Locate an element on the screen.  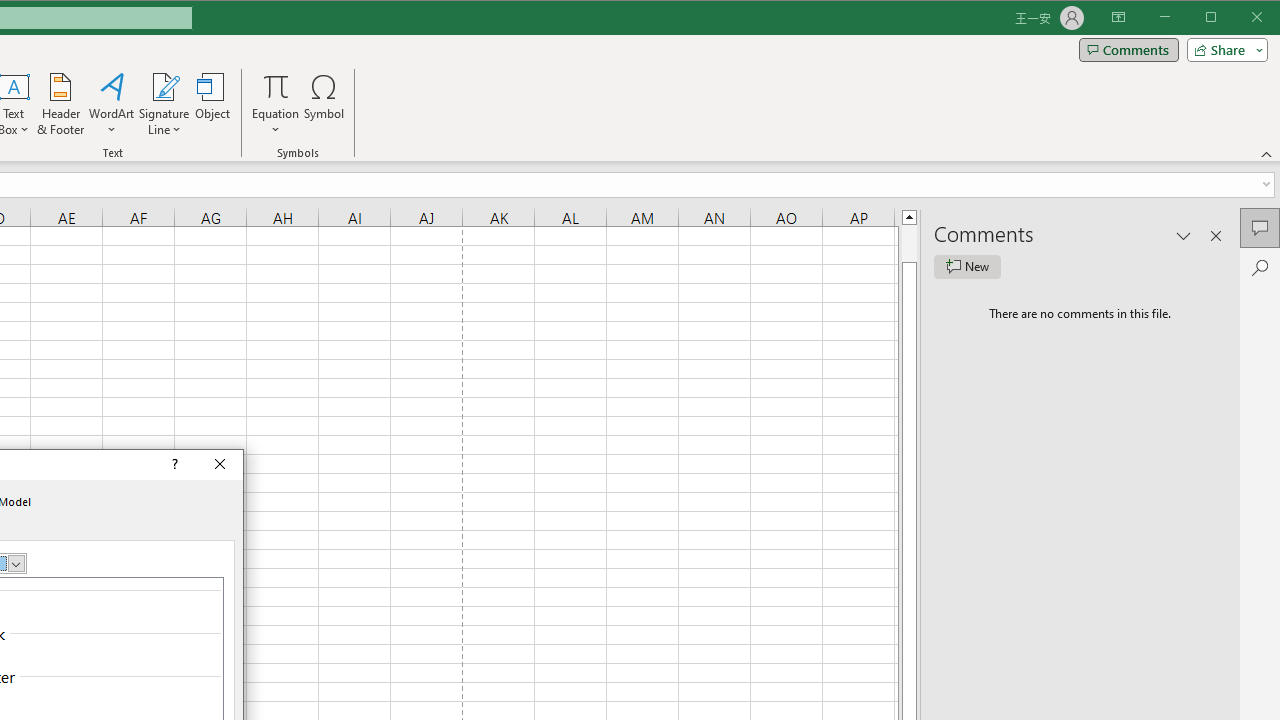
'WordArt' is located at coordinates (111, 104).